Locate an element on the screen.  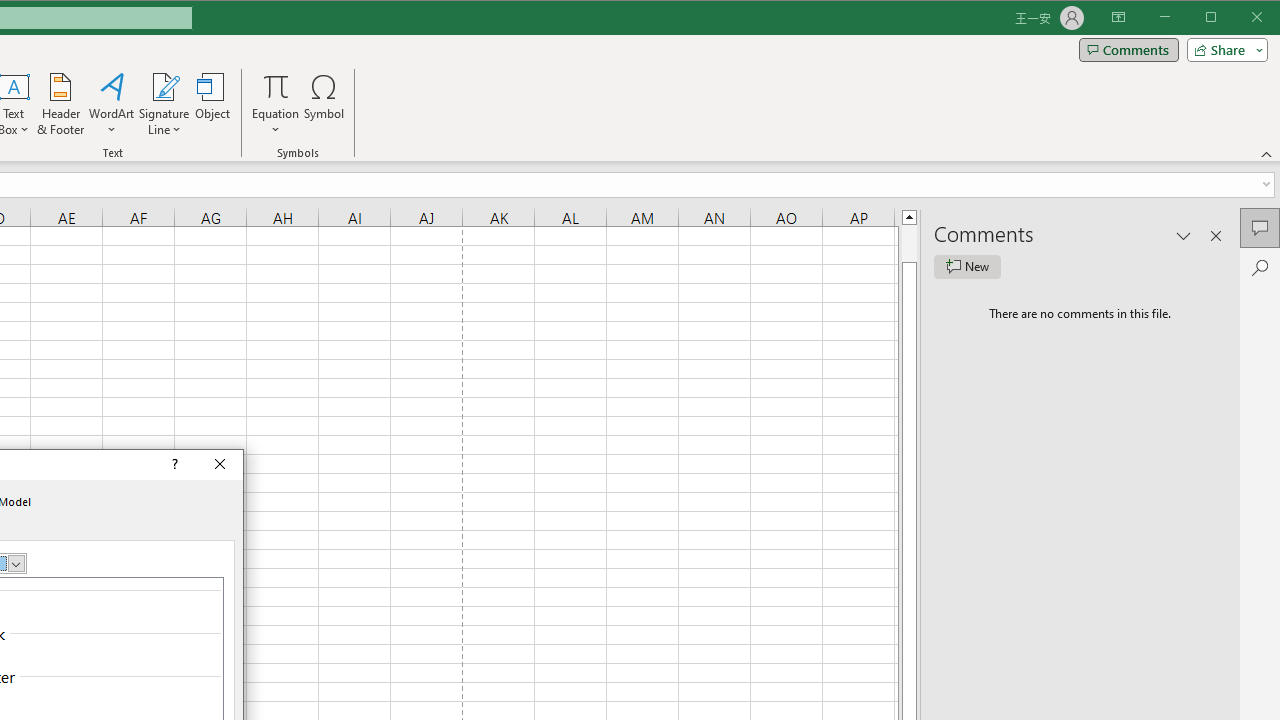
'WordArt' is located at coordinates (111, 104).